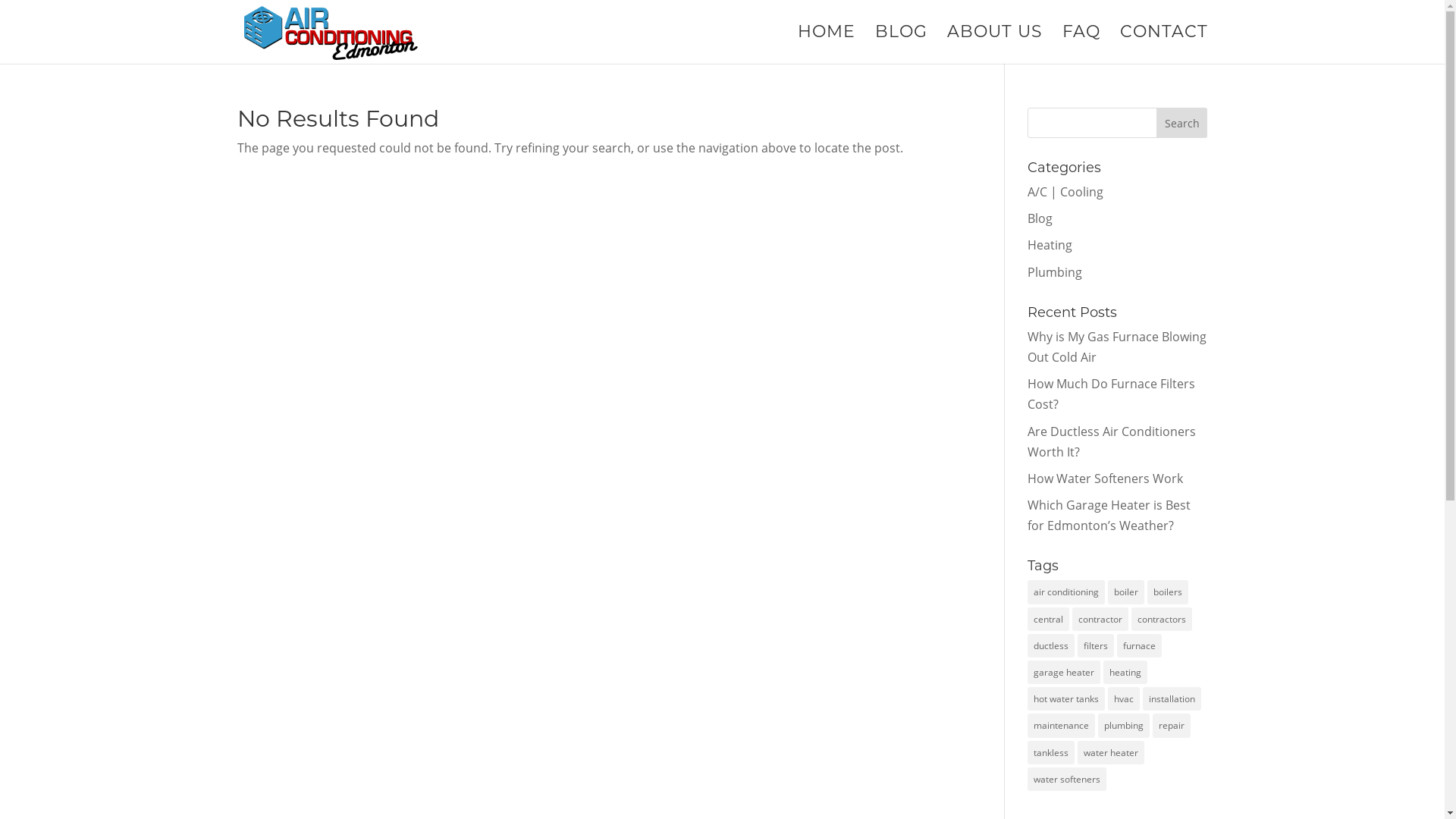  I want to click on 'Are Ductless Air Conditioners Worth It?', so click(1111, 441).